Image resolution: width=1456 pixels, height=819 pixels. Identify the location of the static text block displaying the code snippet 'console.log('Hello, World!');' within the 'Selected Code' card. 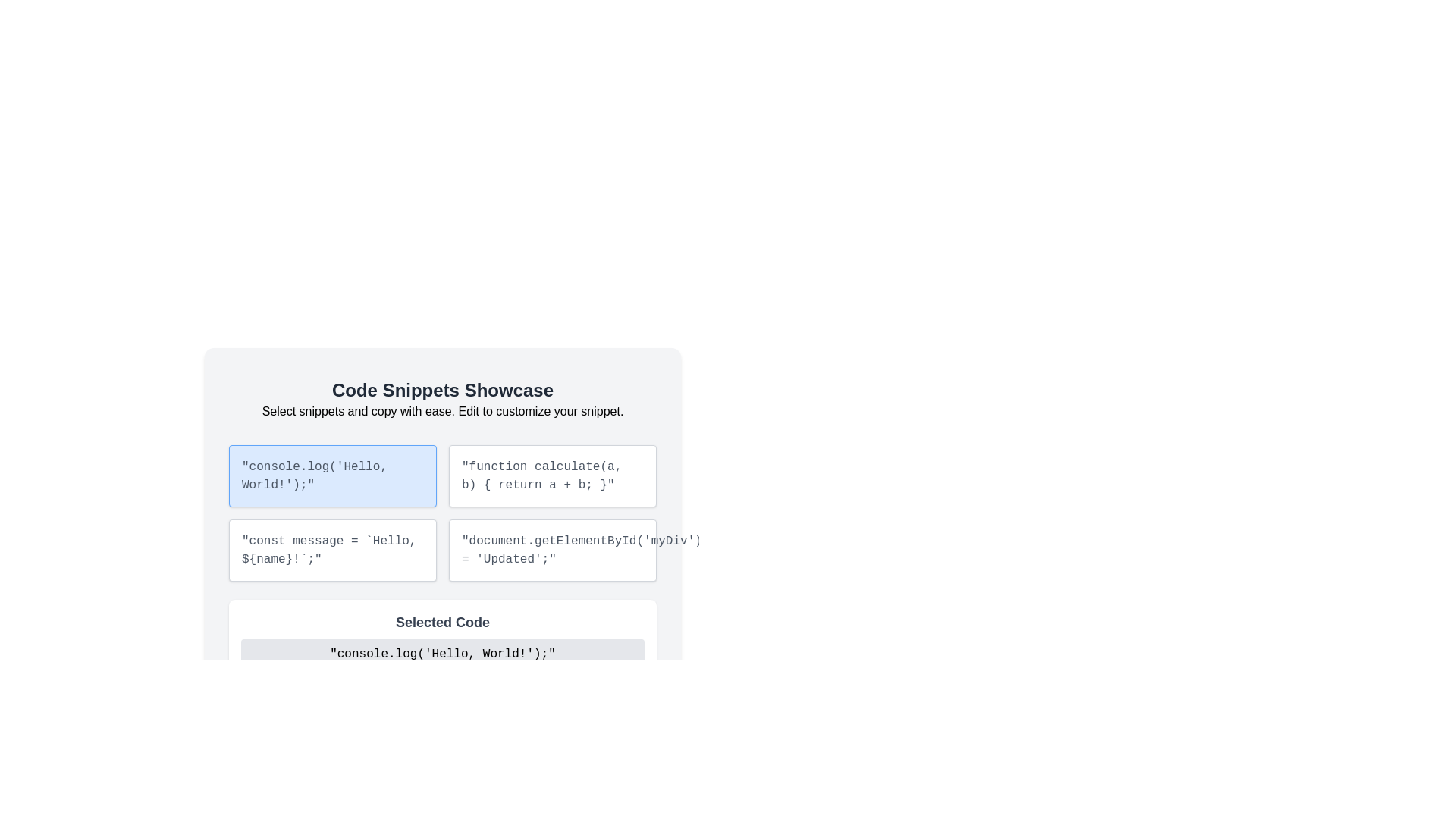
(442, 654).